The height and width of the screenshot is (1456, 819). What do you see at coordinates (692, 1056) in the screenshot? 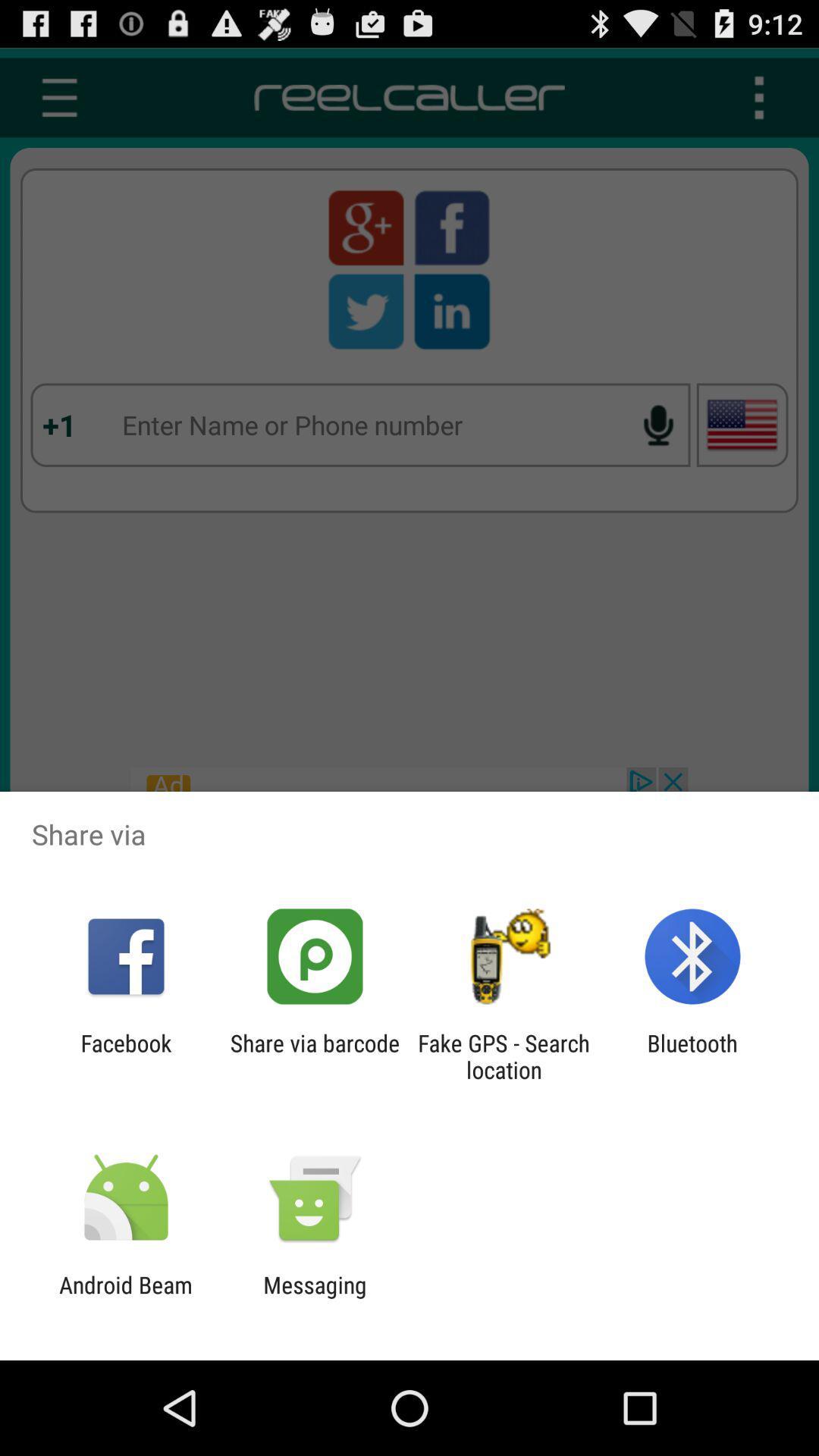
I see `the icon next to fake gps search` at bounding box center [692, 1056].